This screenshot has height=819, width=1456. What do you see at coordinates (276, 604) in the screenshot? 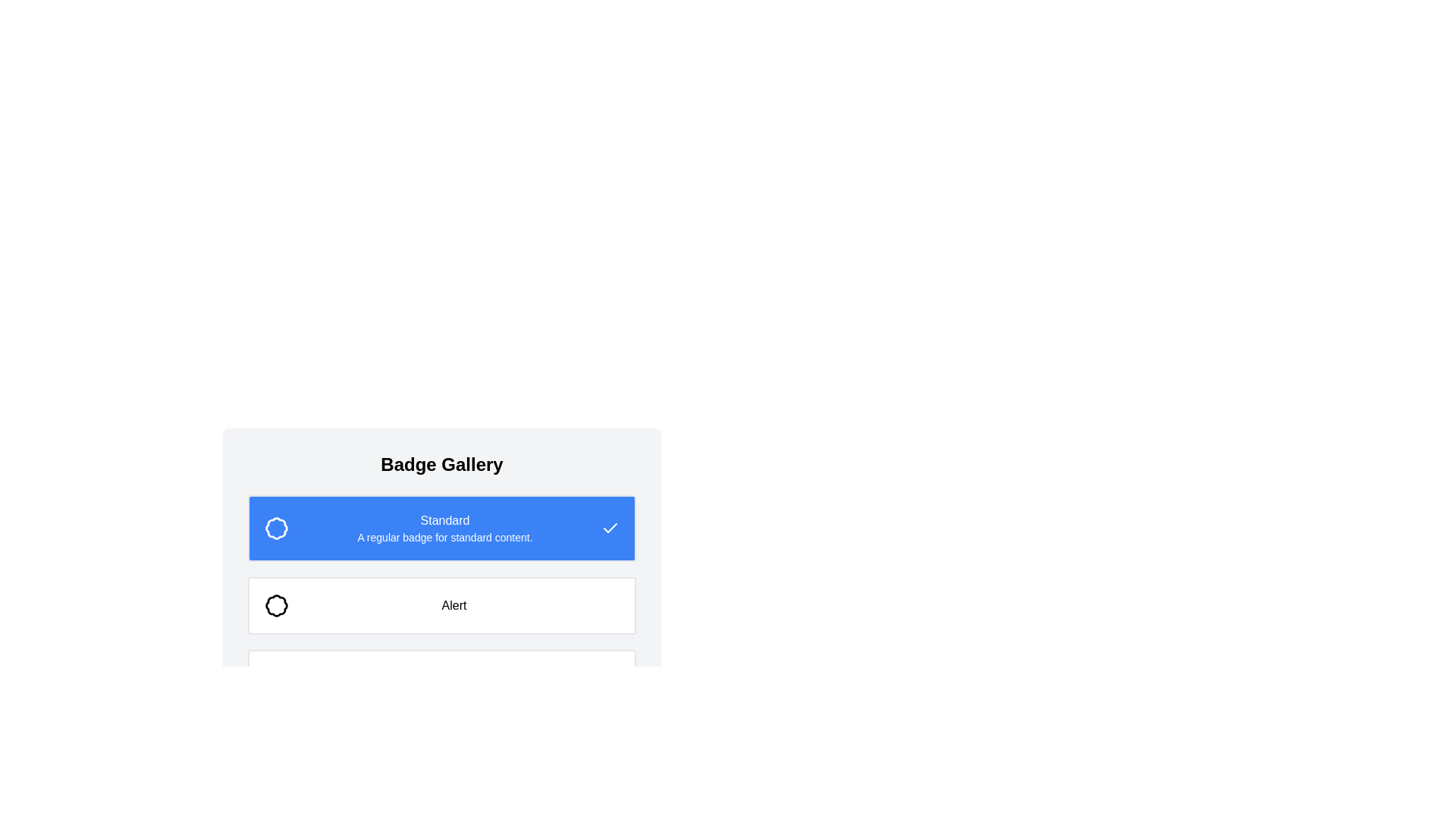
I see `the alert badge SVG icon located to the left of the 'Alert' text, which is beneath the 'Badge Gallery' title and the blue 'Standard' section` at bounding box center [276, 604].